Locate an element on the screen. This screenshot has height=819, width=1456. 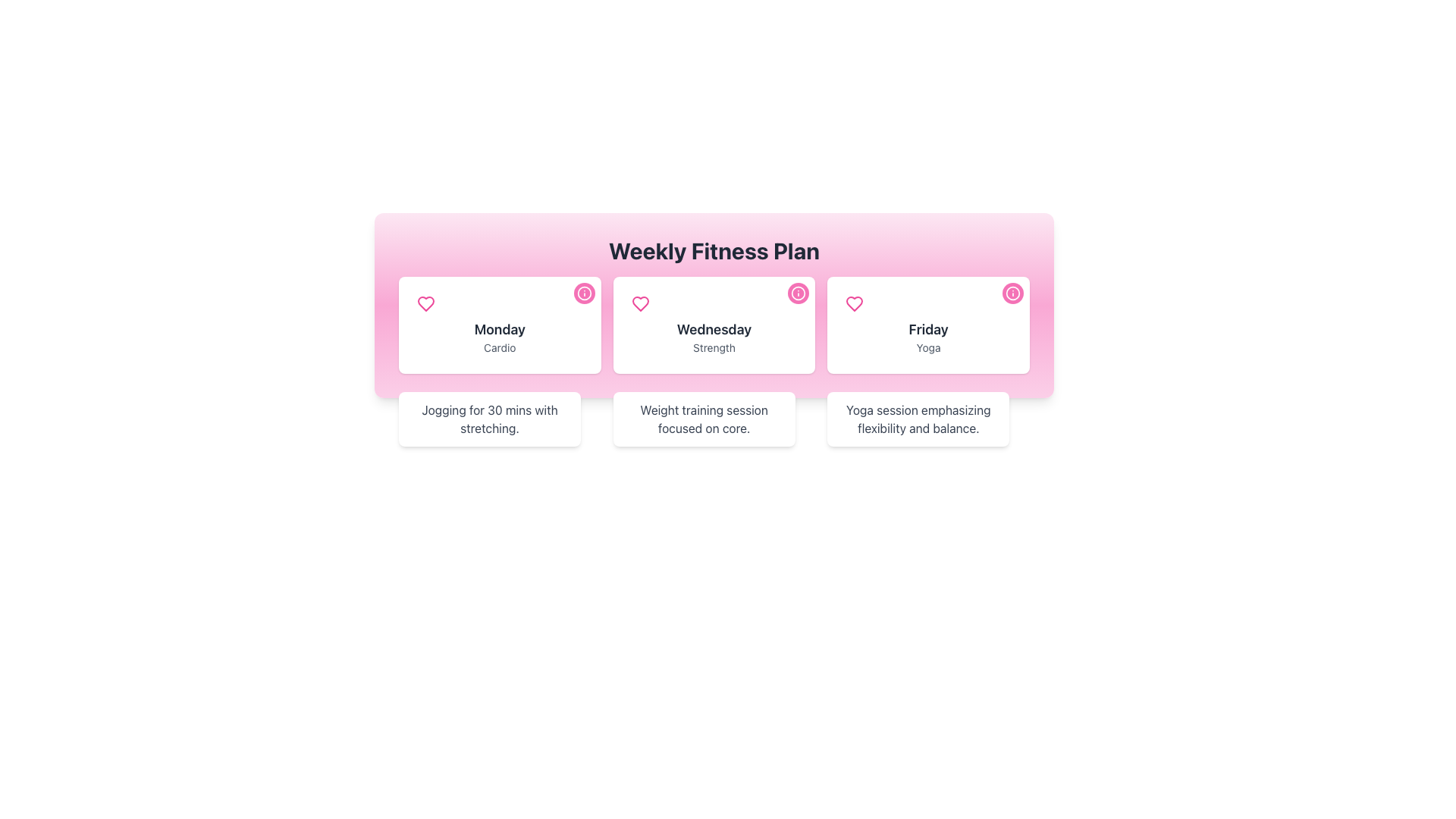
the informational indicator icon located at the top-right corner of the card associated with 'Friday' and 'Yoga' is located at coordinates (1012, 293).